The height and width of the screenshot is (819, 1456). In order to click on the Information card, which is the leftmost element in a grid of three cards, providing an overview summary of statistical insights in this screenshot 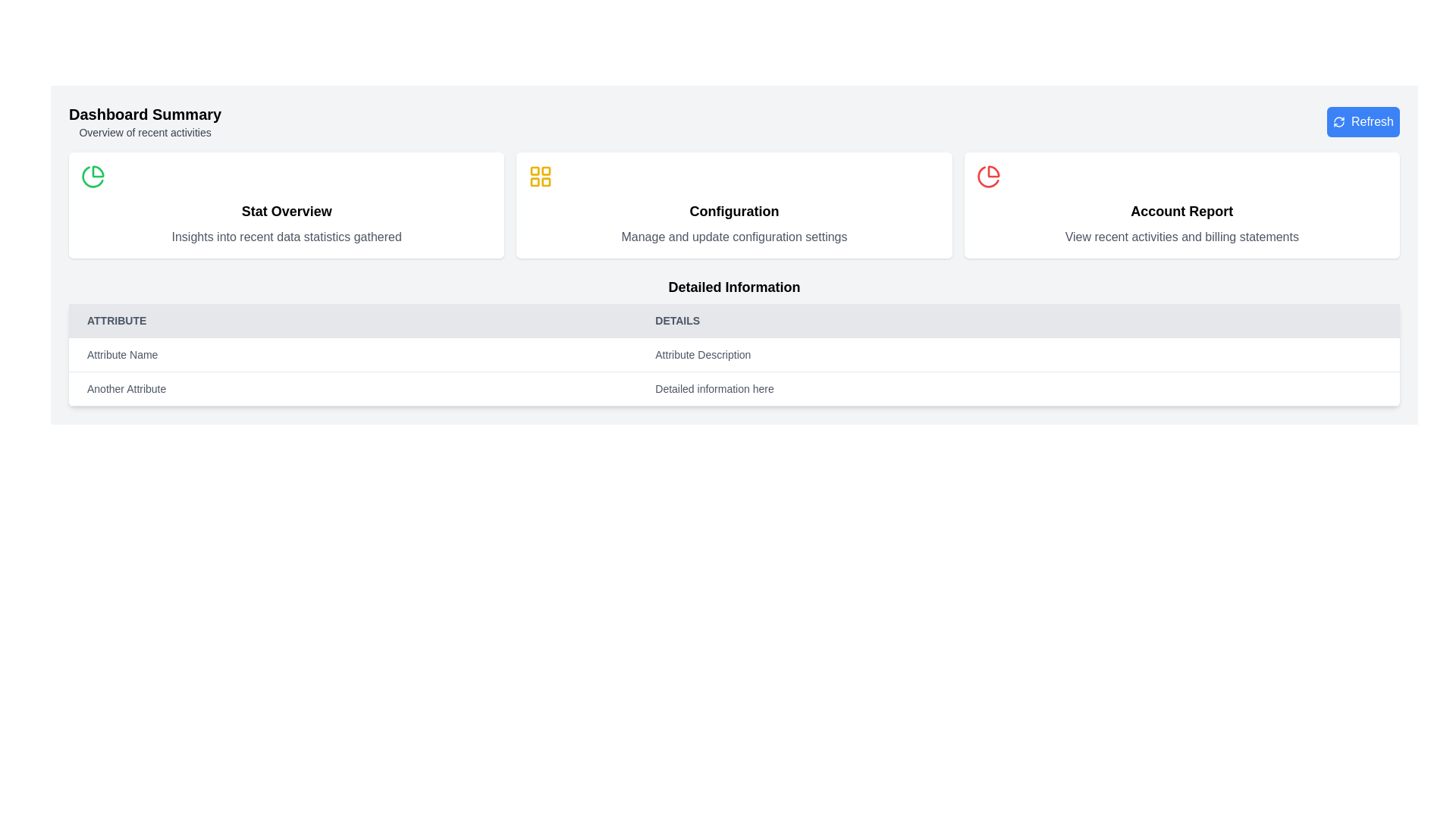, I will do `click(287, 205)`.